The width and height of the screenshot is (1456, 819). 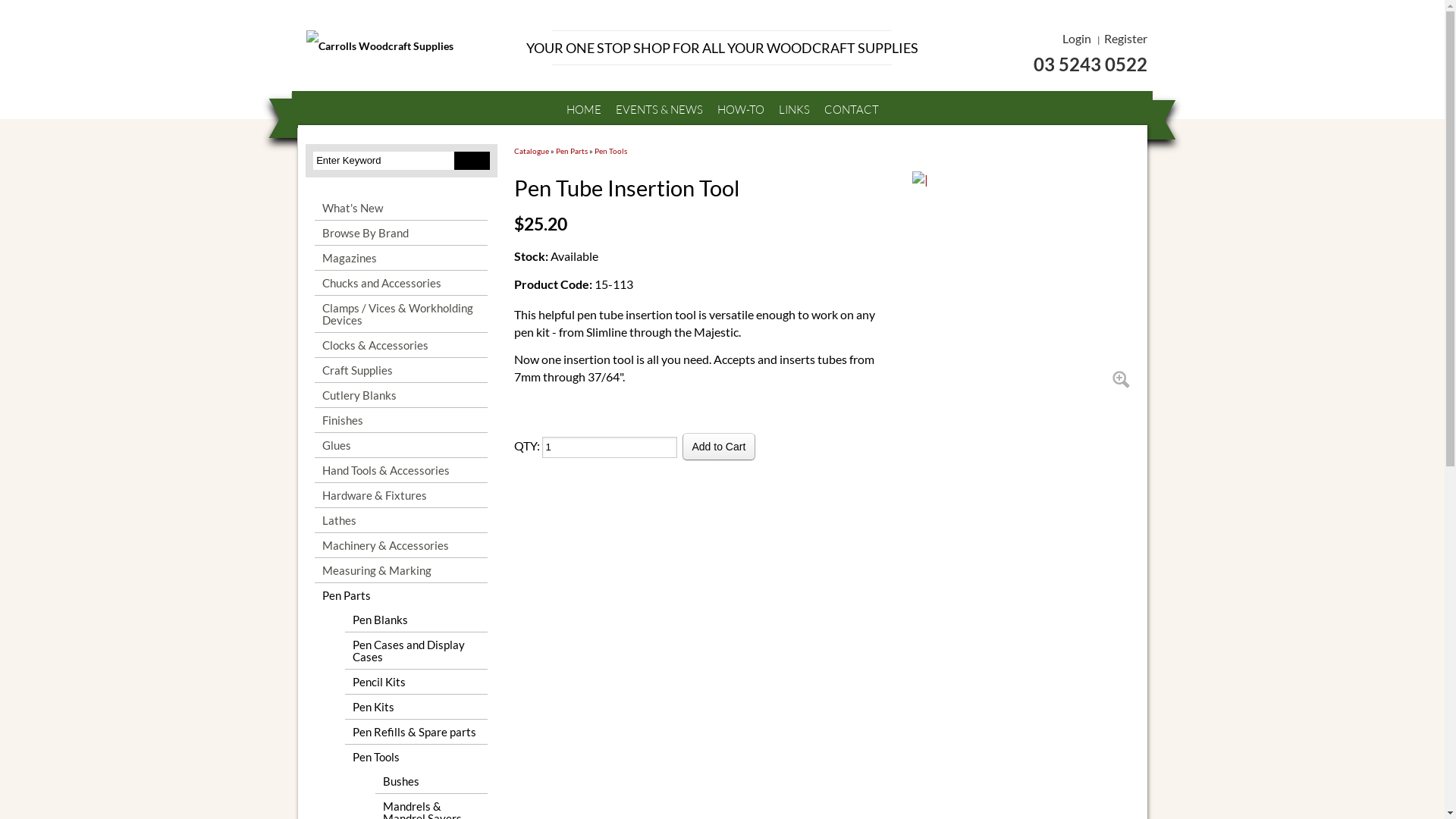 I want to click on 'Glues', so click(x=313, y=444).